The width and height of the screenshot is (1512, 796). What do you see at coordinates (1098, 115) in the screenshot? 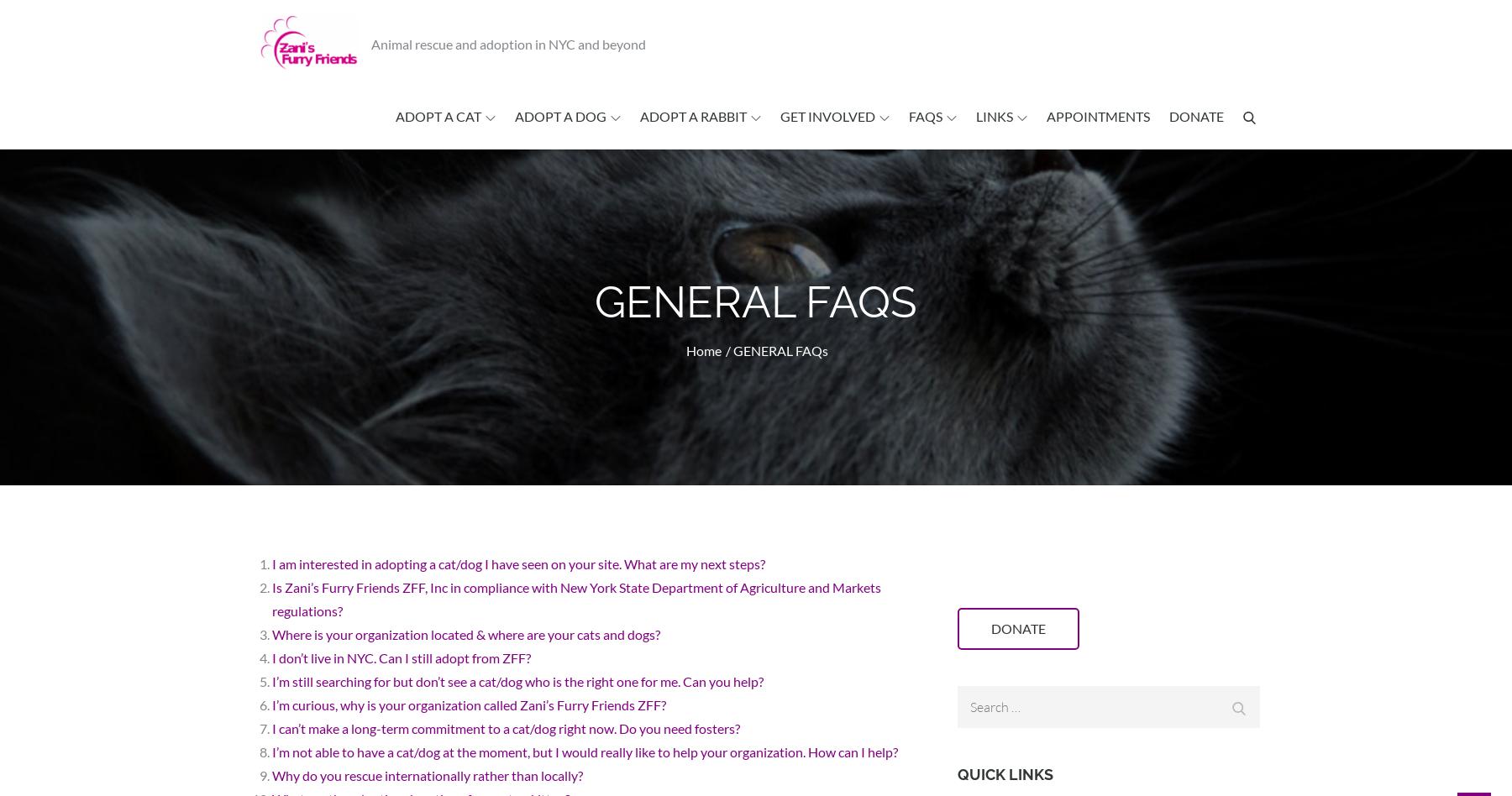
I see `'Appointments'` at bounding box center [1098, 115].